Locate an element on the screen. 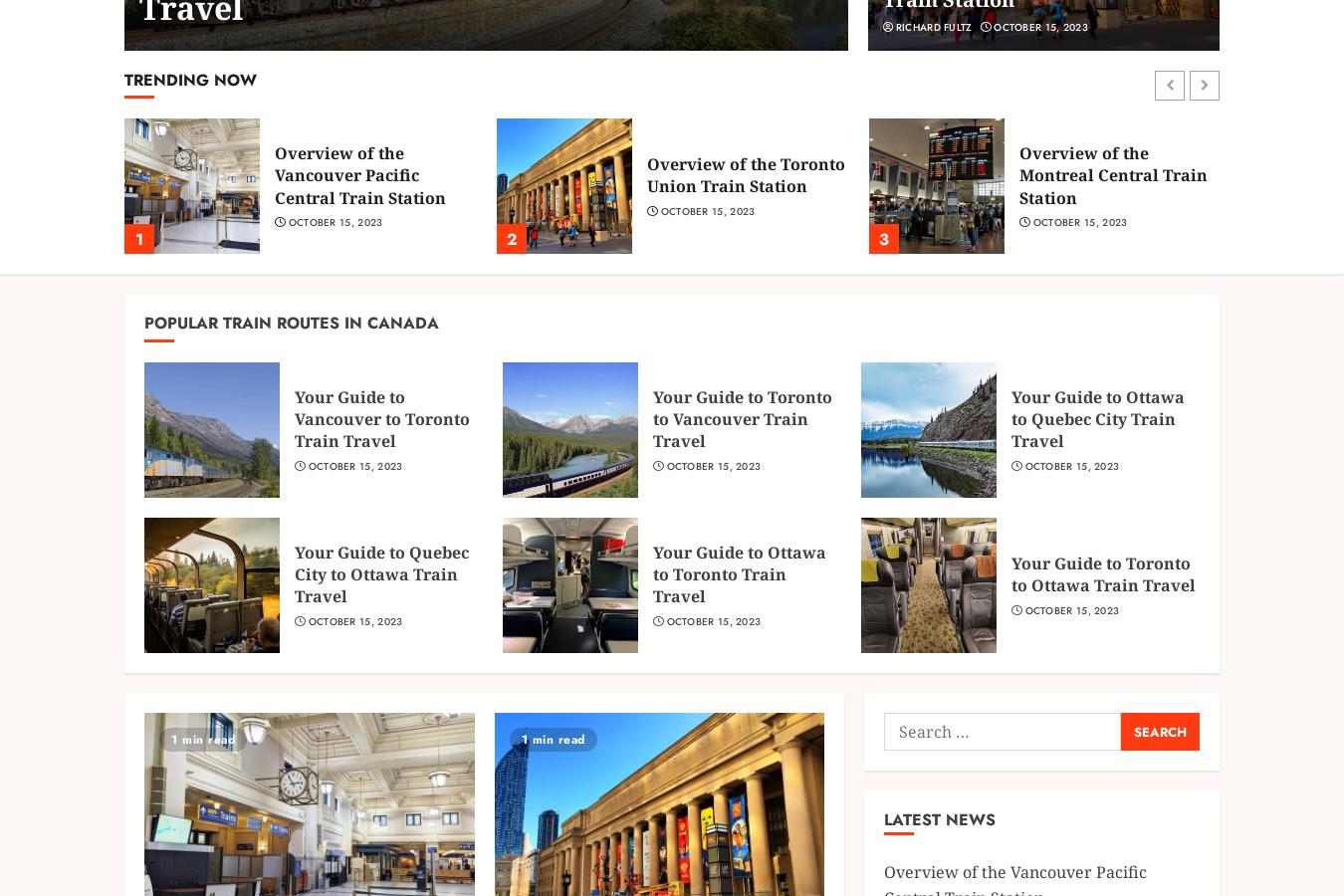 This screenshot has width=1344, height=896. 'Your Guide to Ottawa to Toronto Train Travel' is located at coordinates (737, 573).